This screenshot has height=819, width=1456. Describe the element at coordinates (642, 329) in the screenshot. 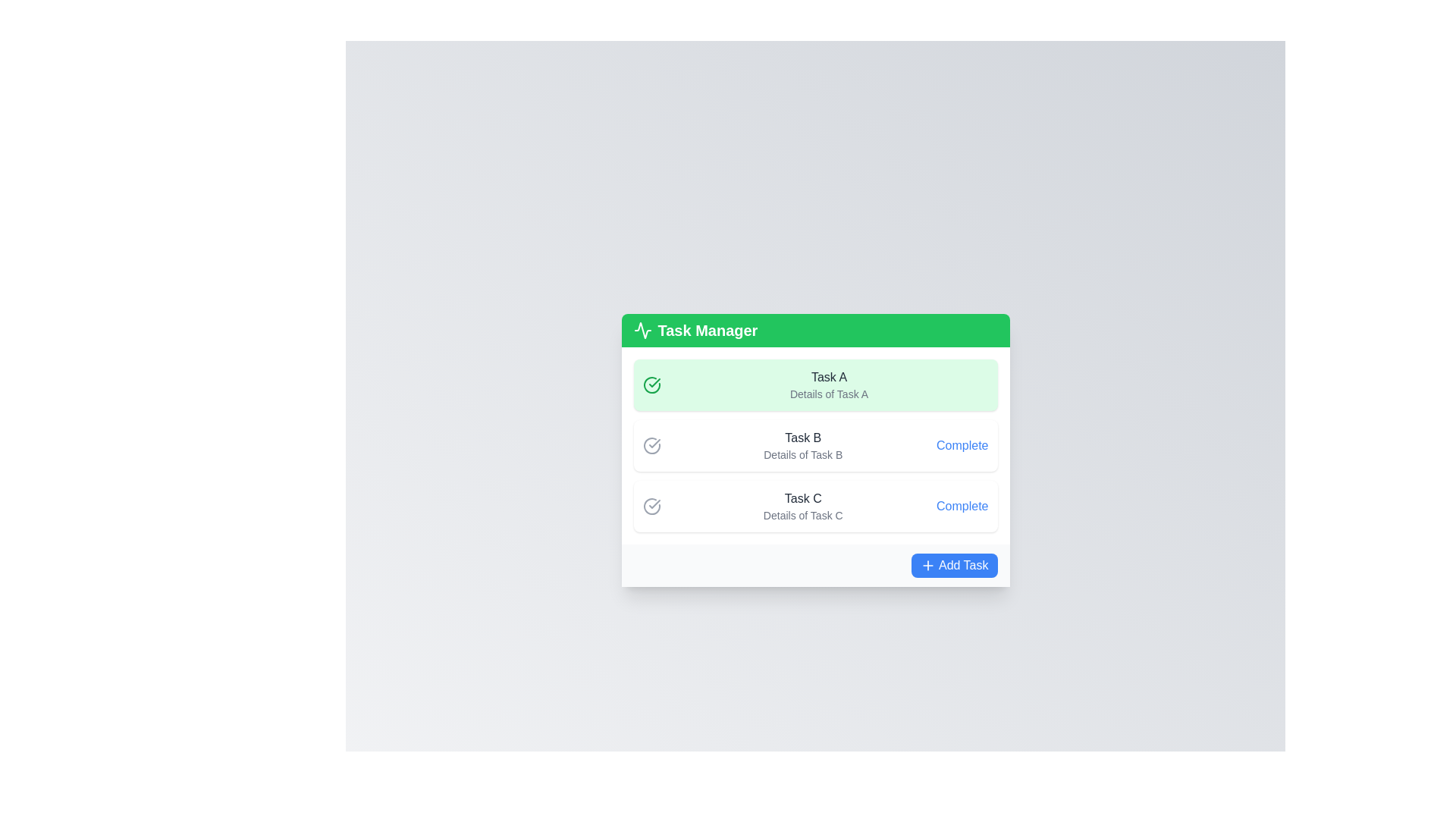

I see `the activity or status icon located at the top-left corner of the green header area labeled 'Task Manager'` at that location.